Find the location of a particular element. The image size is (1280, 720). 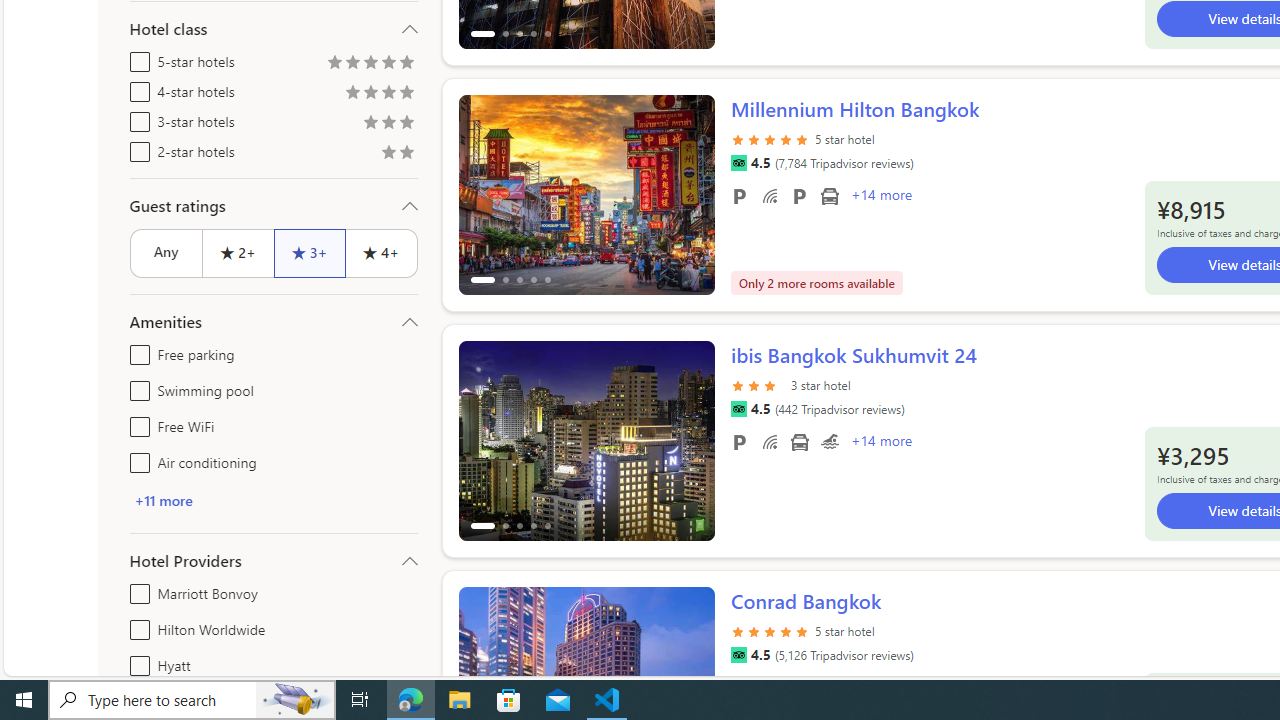

'Hyatt' is located at coordinates (135, 662).